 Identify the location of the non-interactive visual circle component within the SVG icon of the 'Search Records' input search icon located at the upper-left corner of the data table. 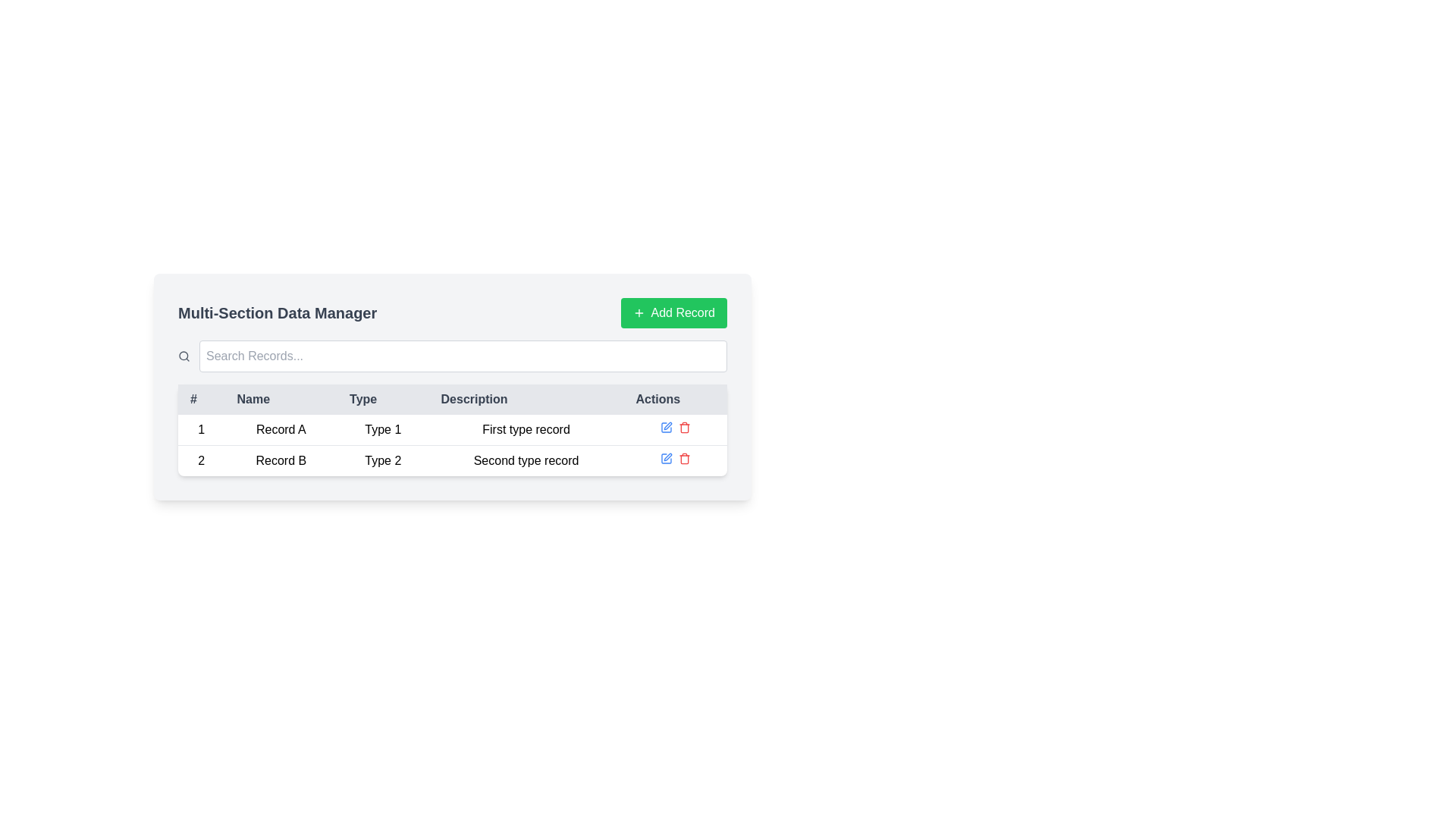
(183, 356).